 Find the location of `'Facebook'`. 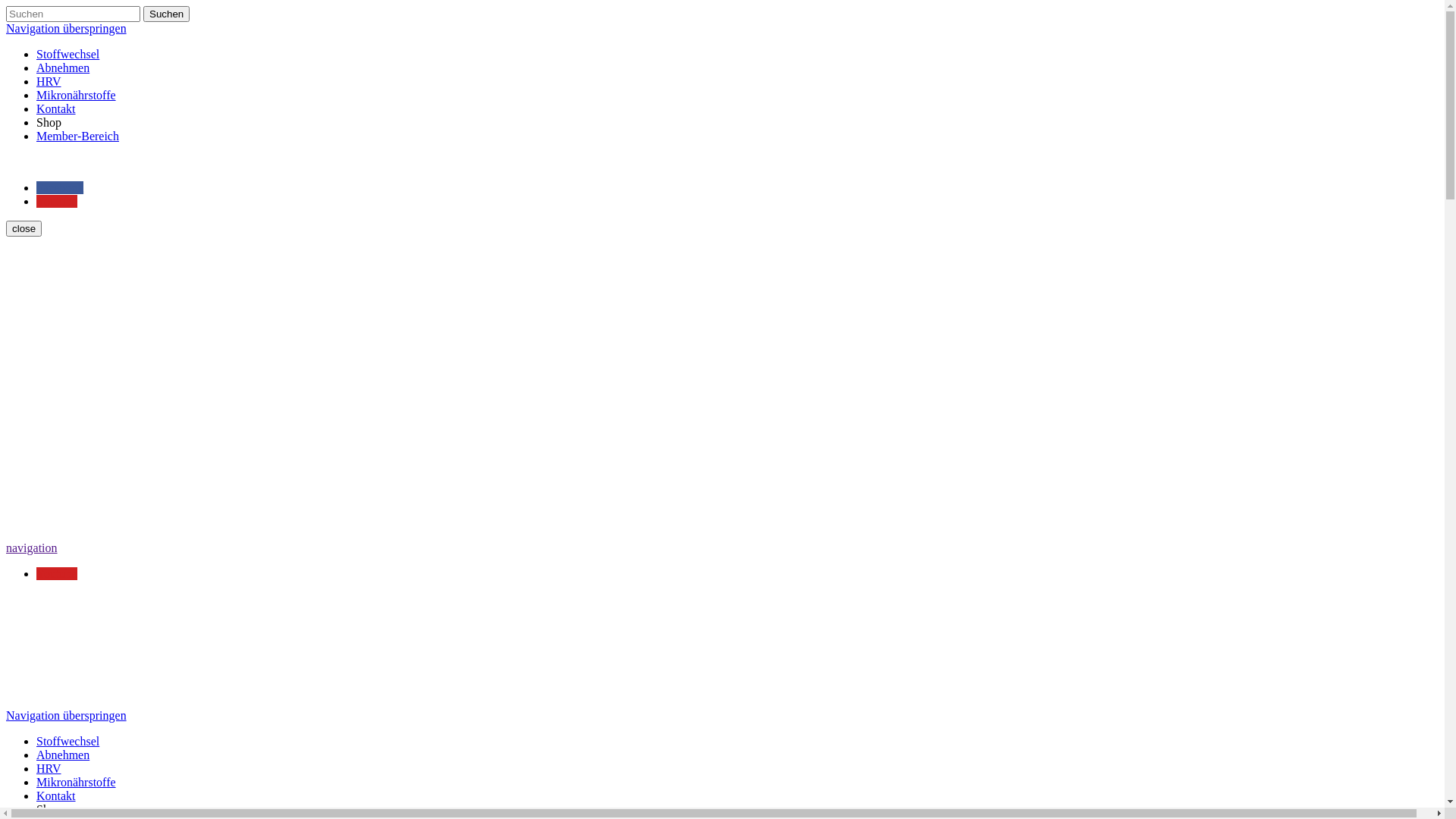

'Facebook' is located at coordinates (36, 187).